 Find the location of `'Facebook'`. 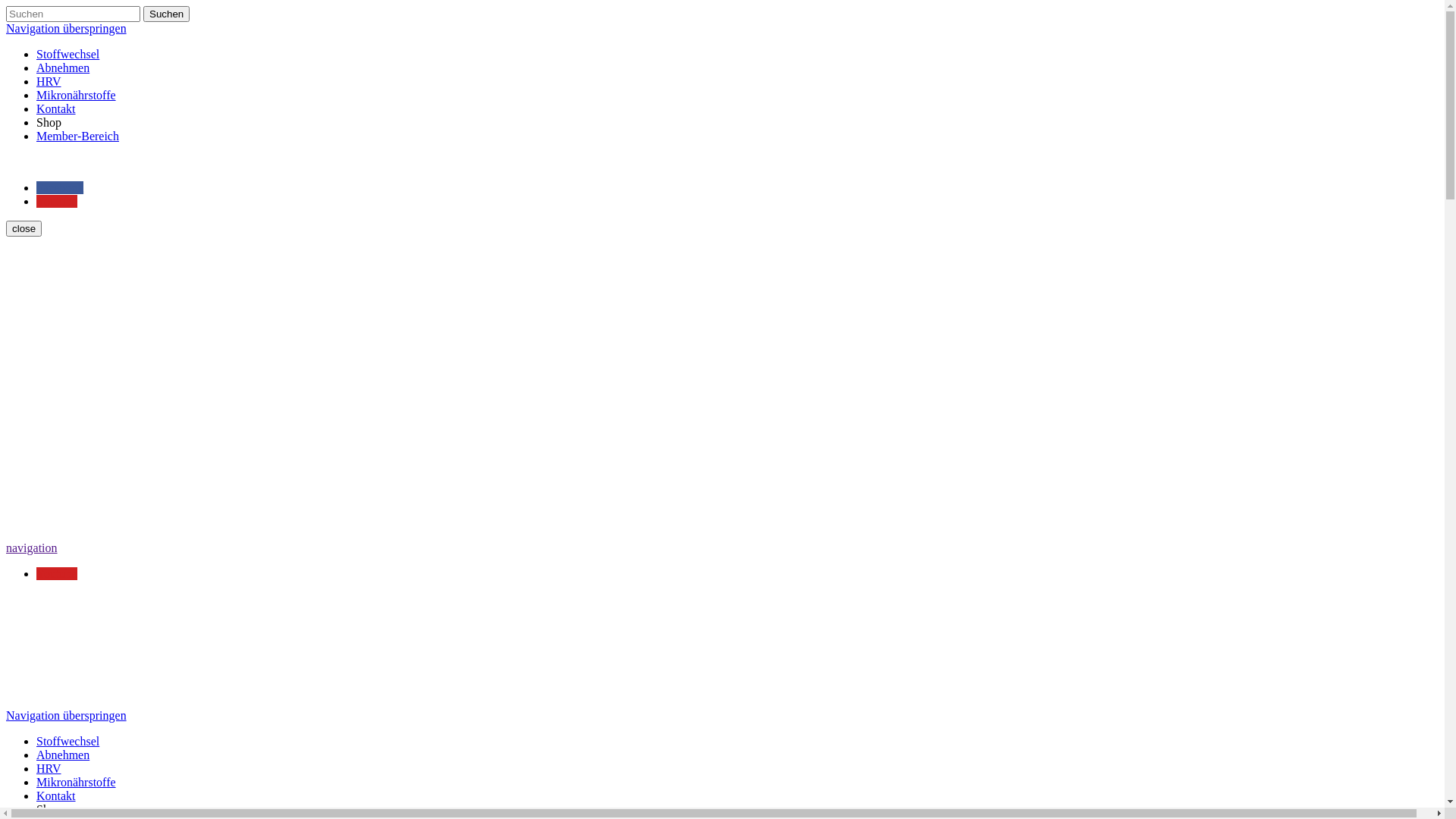

'Facebook' is located at coordinates (36, 187).